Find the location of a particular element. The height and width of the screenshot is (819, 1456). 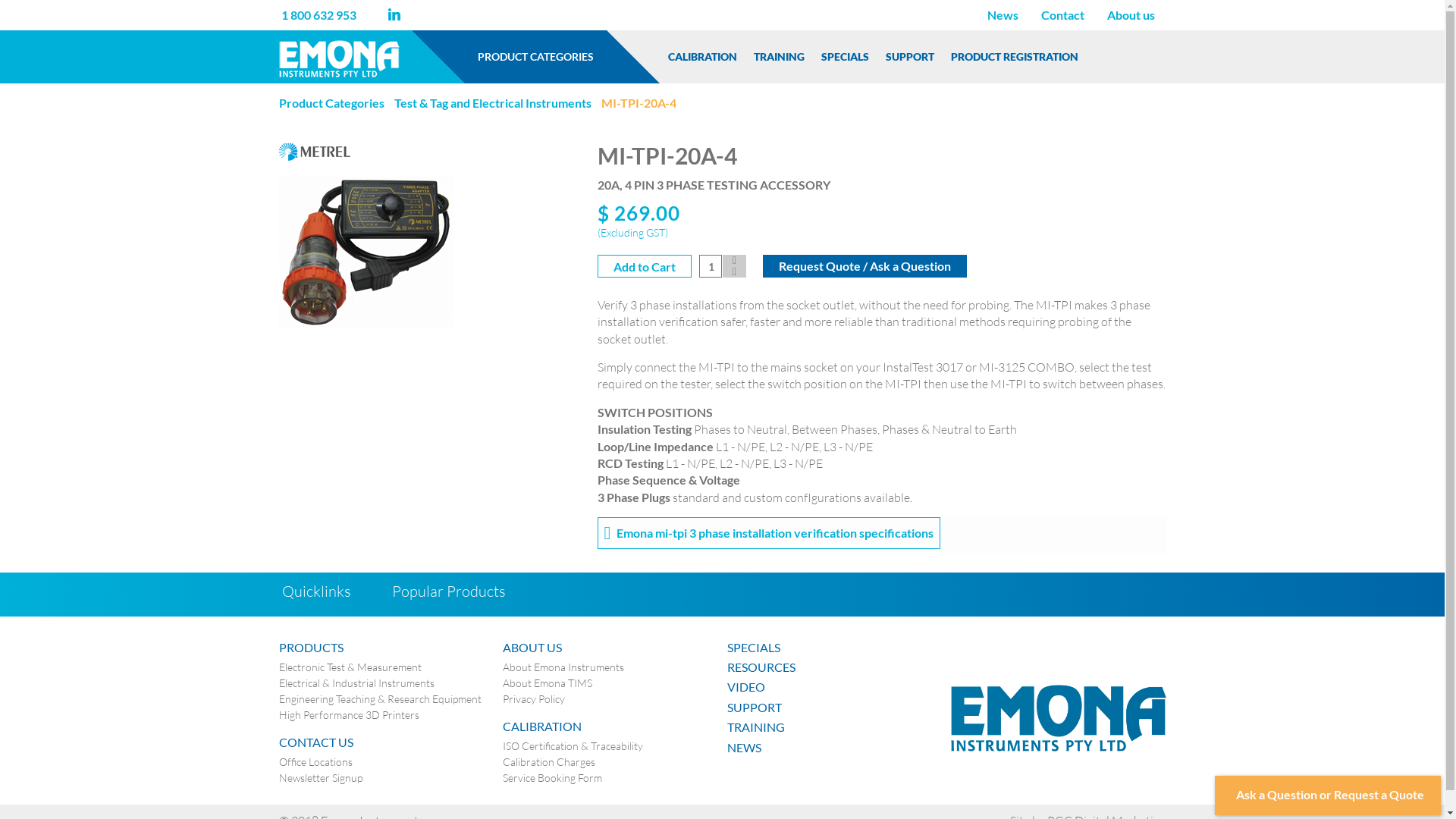

'About Emona Instruments' is located at coordinates (502, 666).